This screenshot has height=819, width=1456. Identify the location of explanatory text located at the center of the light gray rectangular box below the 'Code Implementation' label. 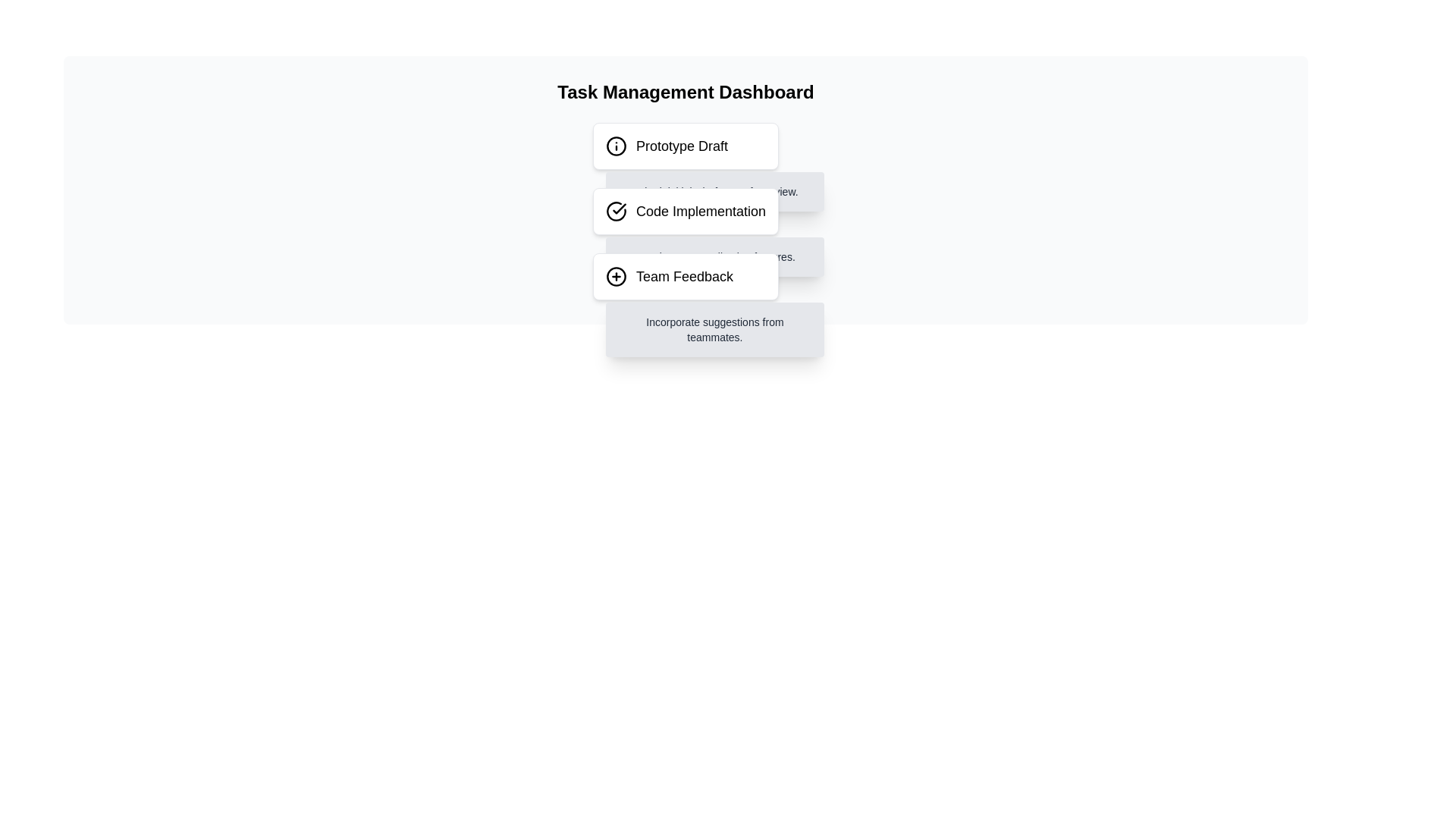
(714, 256).